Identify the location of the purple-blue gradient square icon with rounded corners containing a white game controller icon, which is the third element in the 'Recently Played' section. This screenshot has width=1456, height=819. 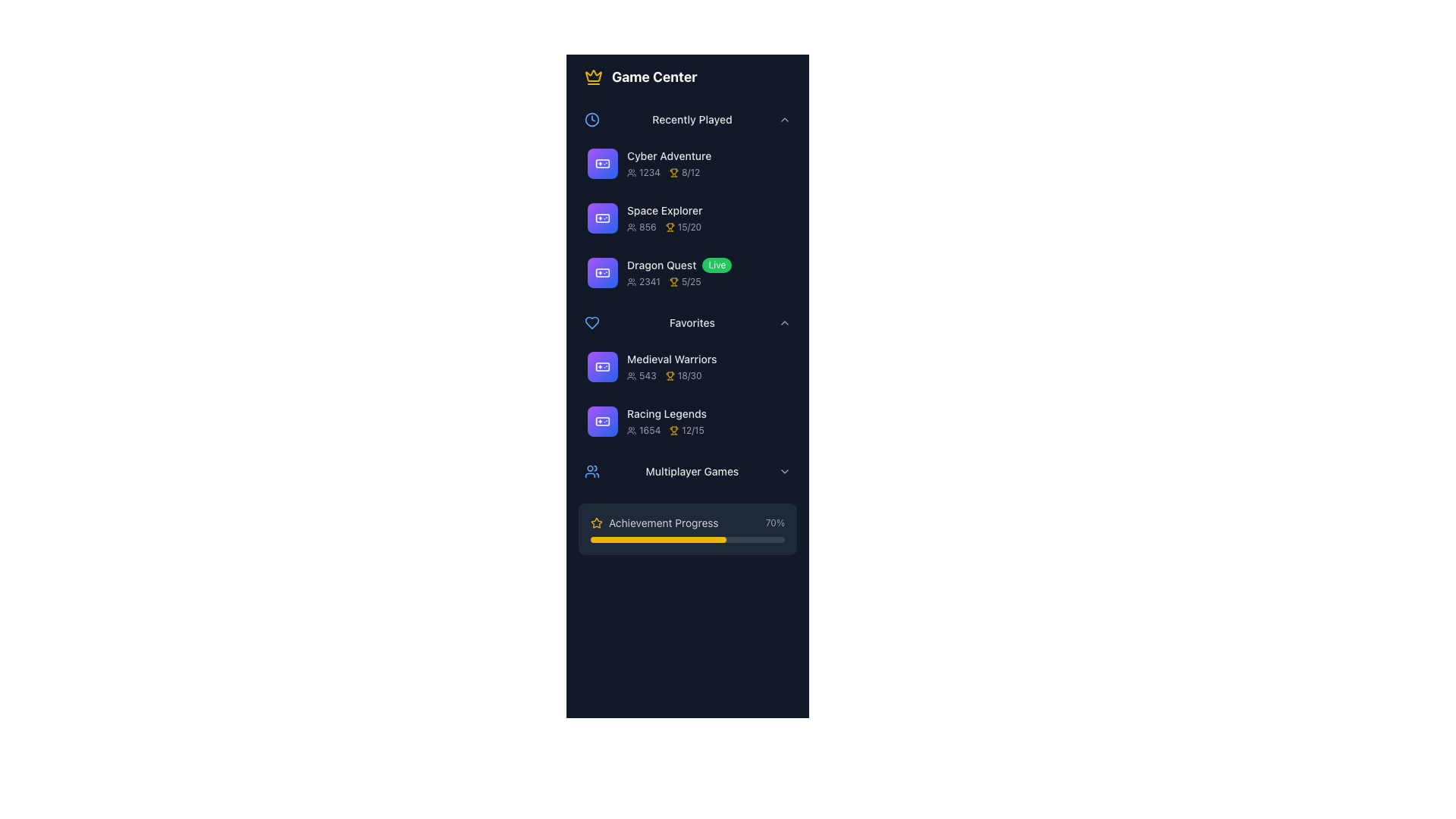
(602, 271).